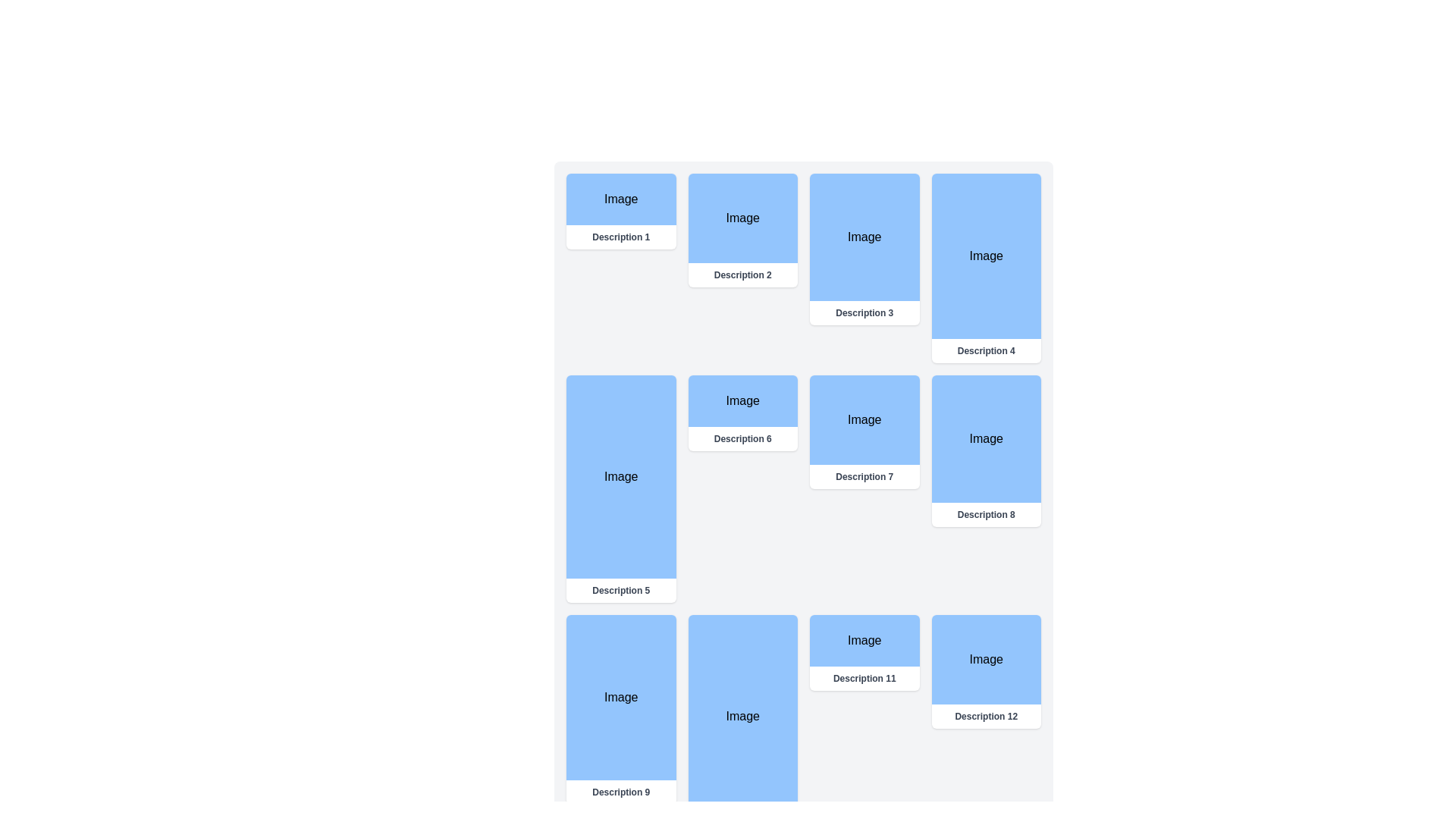  Describe the element at coordinates (986, 256) in the screenshot. I see `the button-like element with a blue background and the text 'Image' centered in black, located in the card structure above the label 'Description 4'` at that location.